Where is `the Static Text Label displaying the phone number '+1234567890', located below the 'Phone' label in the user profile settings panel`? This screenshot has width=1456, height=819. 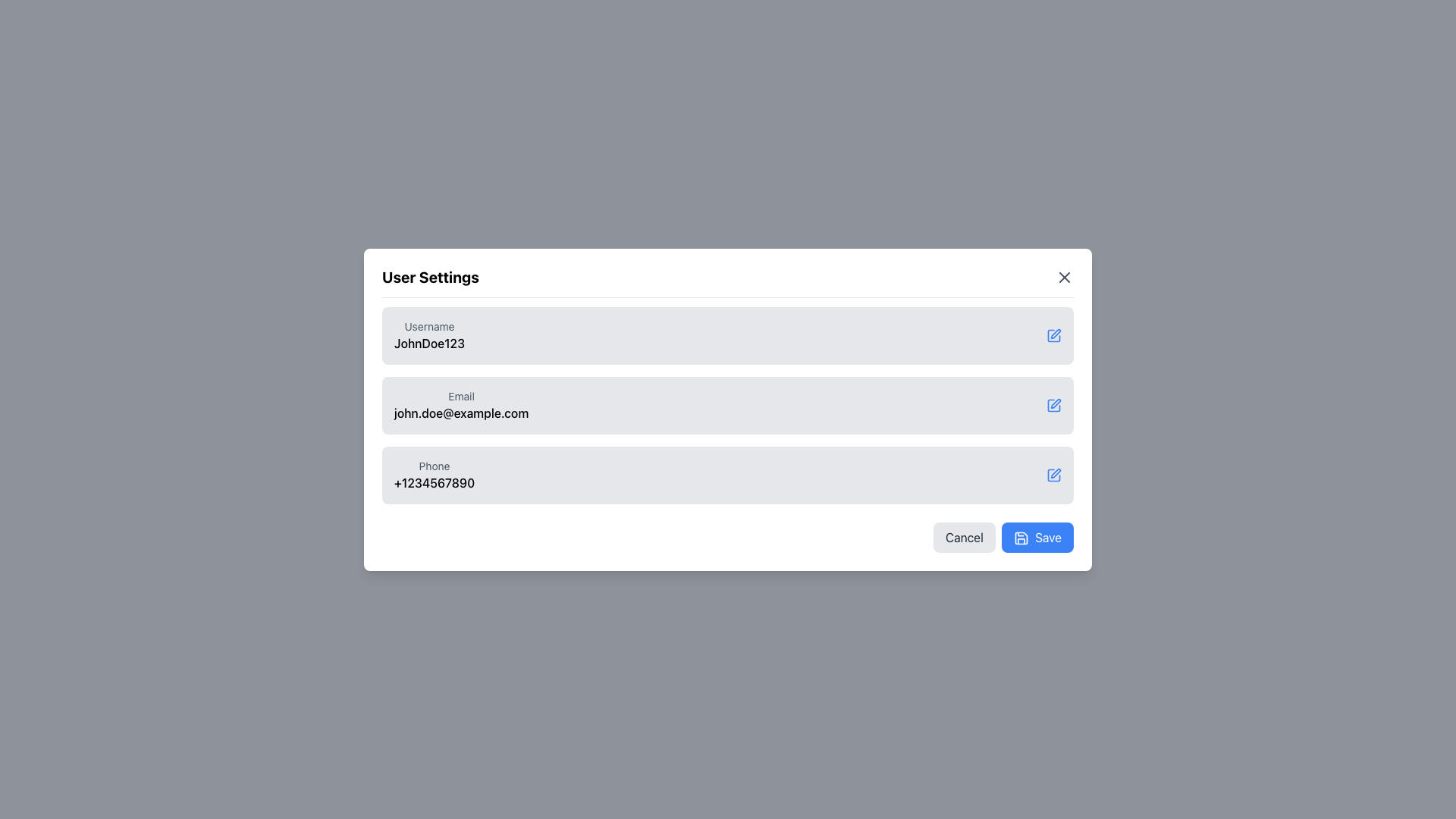 the Static Text Label displaying the phone number '+1234567890', located below the 'Phone' label in the user profile settings panel is located at coordinates (434, 482).